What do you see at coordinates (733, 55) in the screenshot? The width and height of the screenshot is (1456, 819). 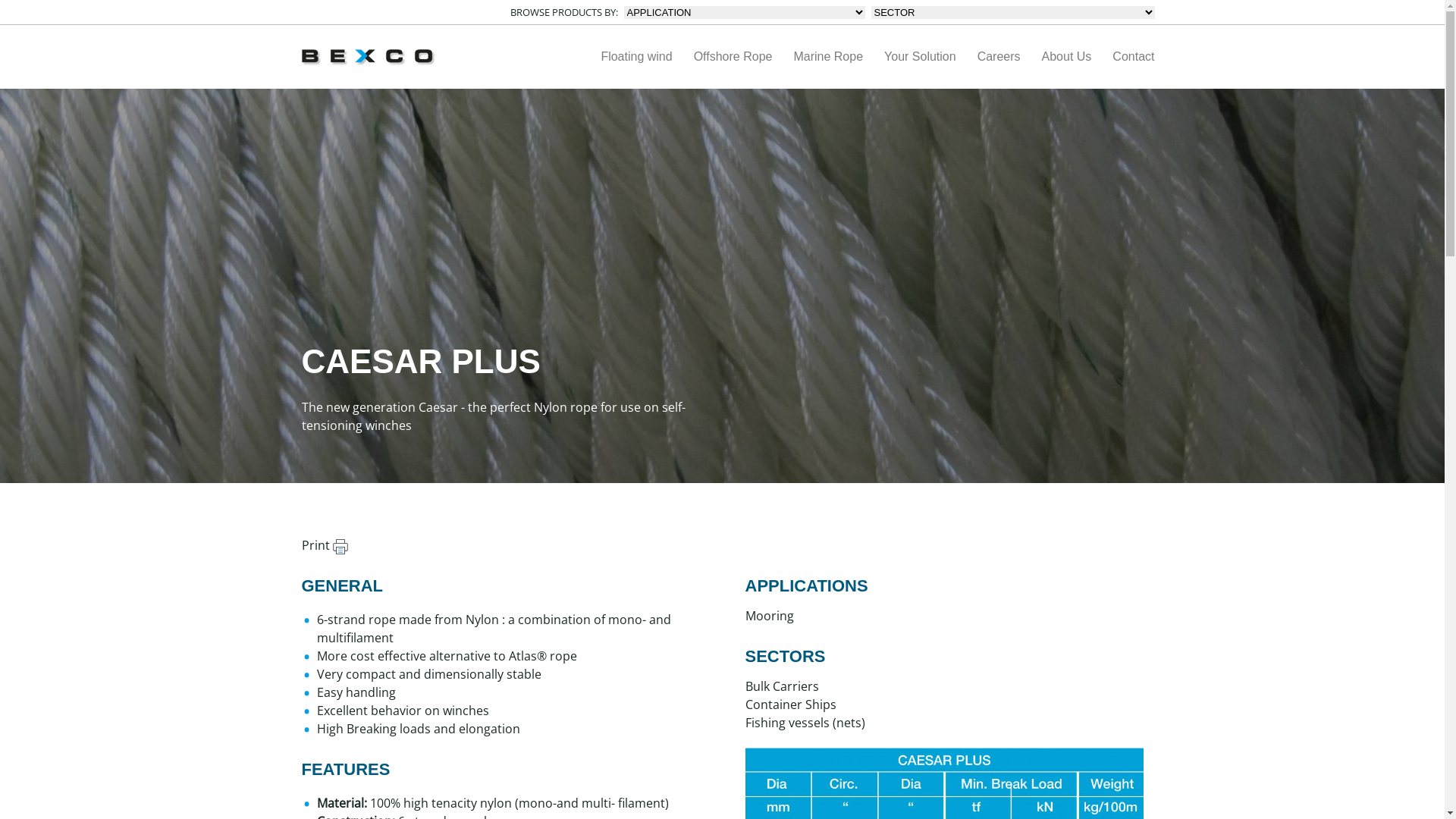 I see `'Offshore Rope'` at bounding box center [733, 55].